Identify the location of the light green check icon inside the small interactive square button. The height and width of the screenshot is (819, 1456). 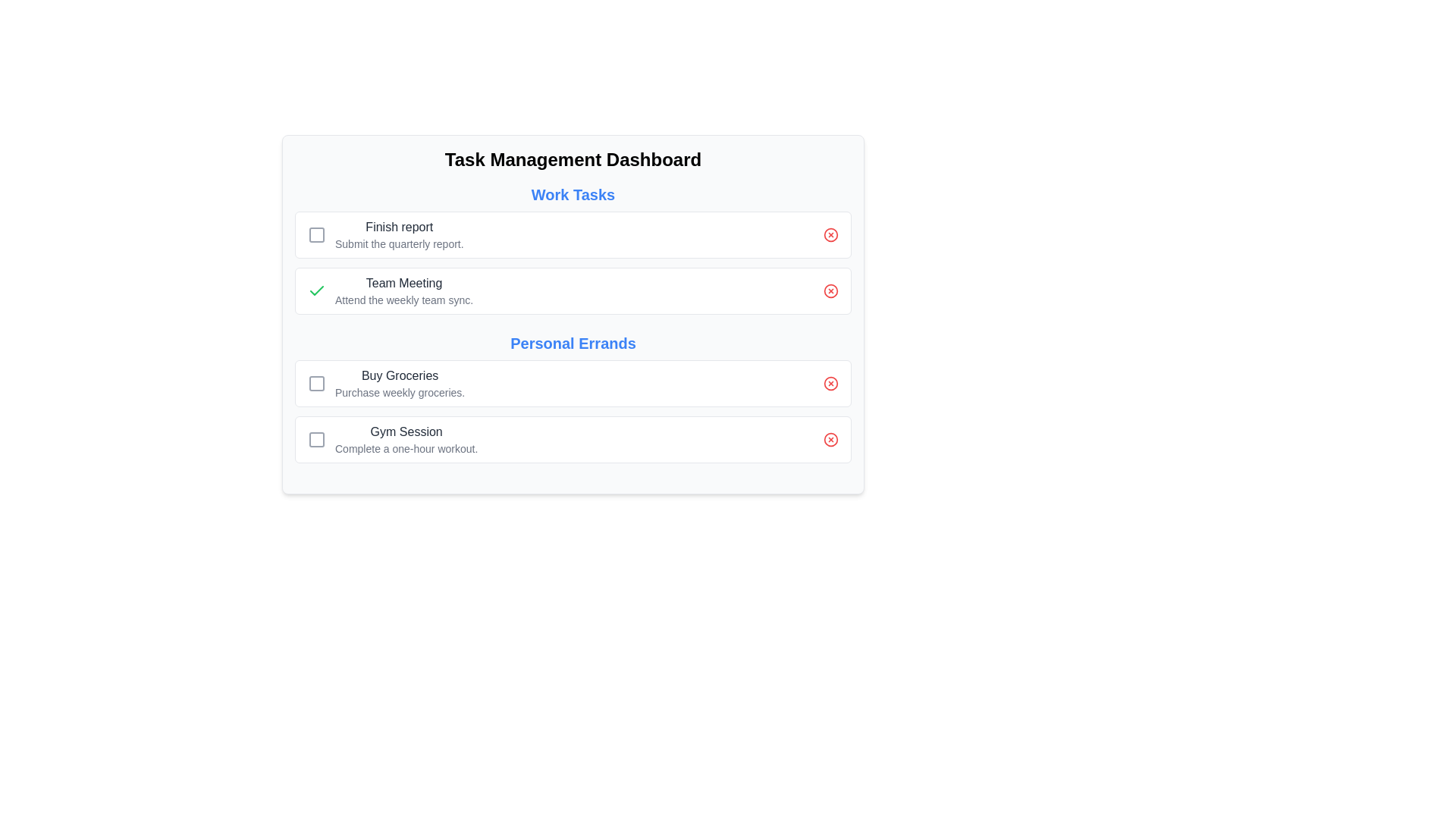
(315, 291).